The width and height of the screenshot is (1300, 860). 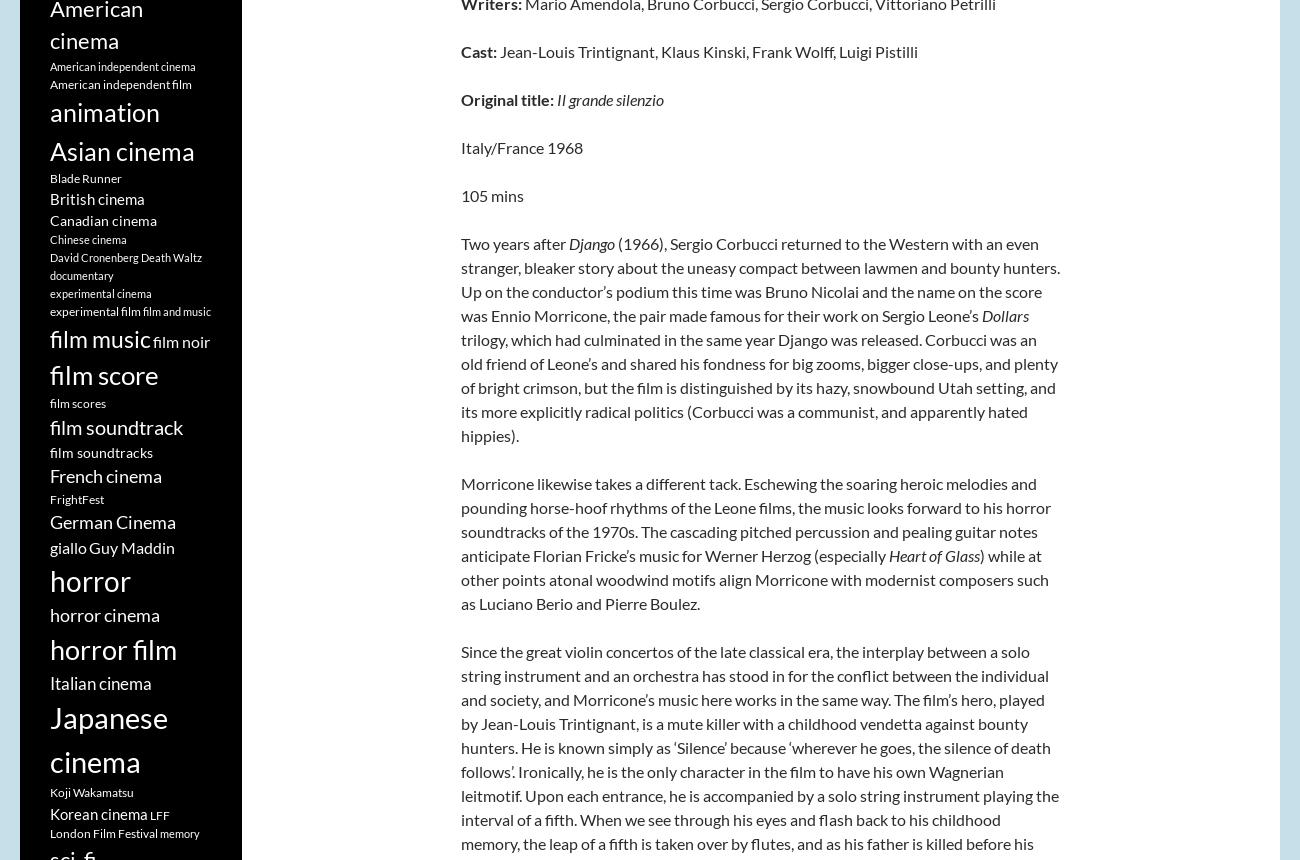 What do you see at coordinates (515, 243) in the screenshot?
I see `'Two years after'` at bounding box center [515, 243].